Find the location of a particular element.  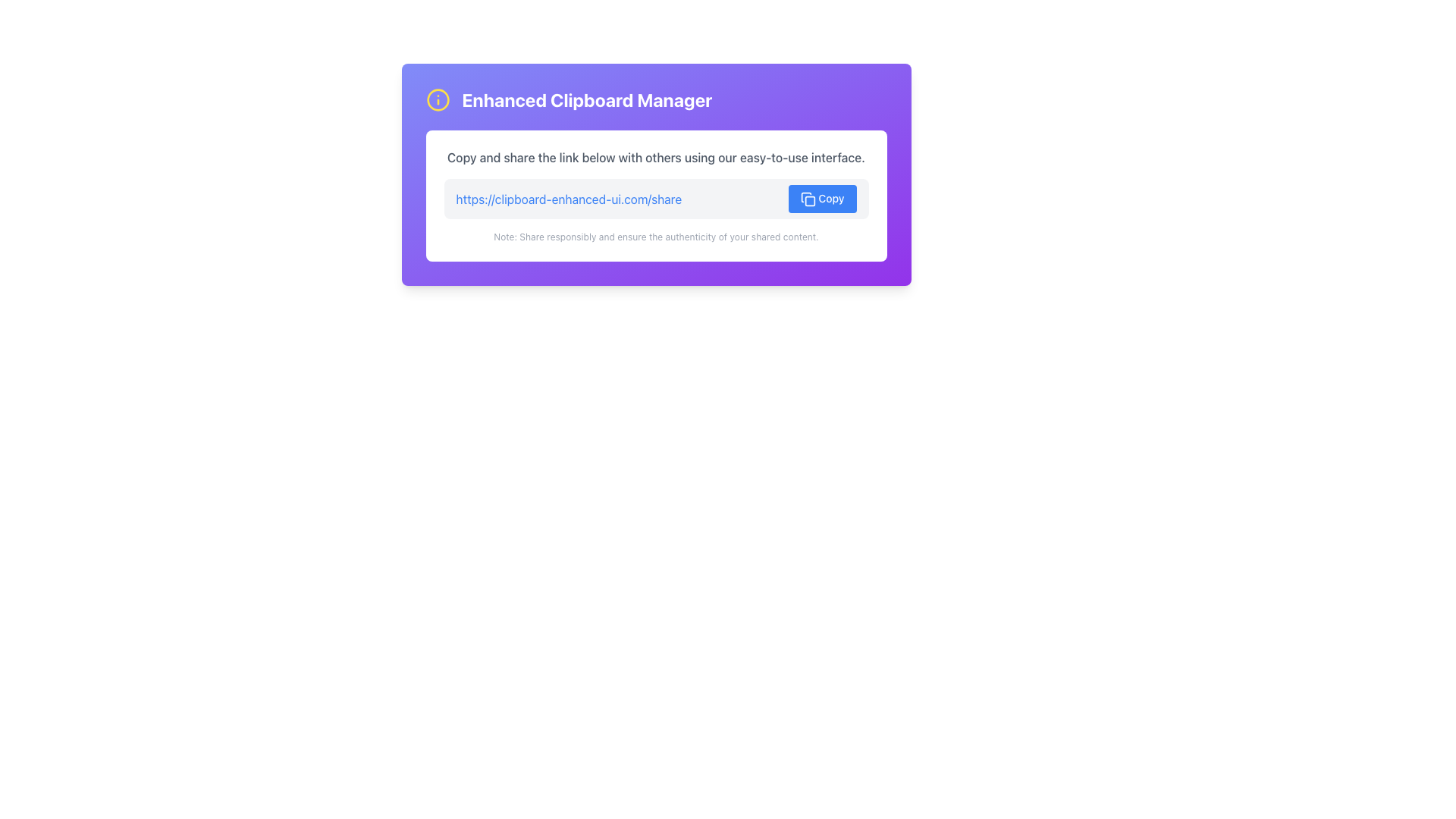

the inner square of the copy icon, which is part of the graphical representation located near the top-right of the 'Copy' button is located at coordinates (809, 200).